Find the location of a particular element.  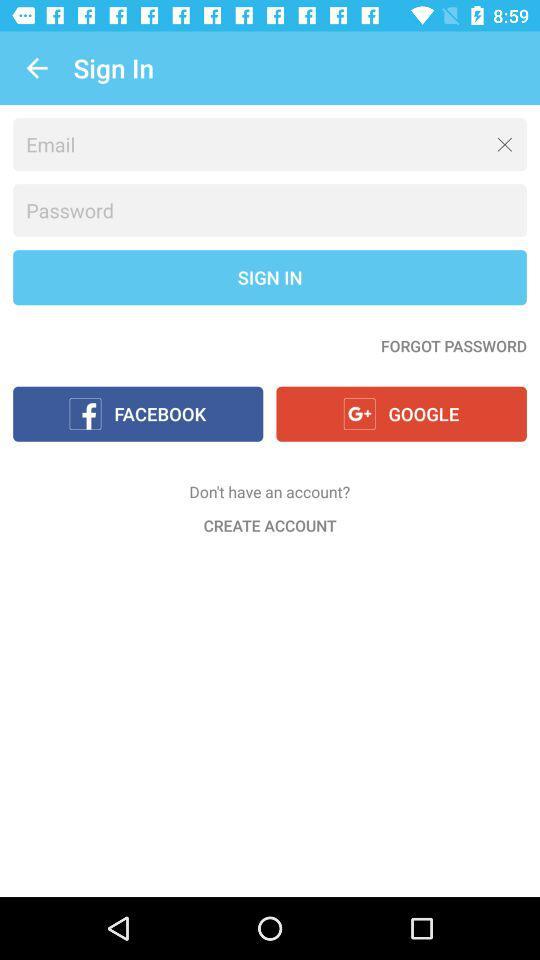

password is located at coordinates (270, 210).